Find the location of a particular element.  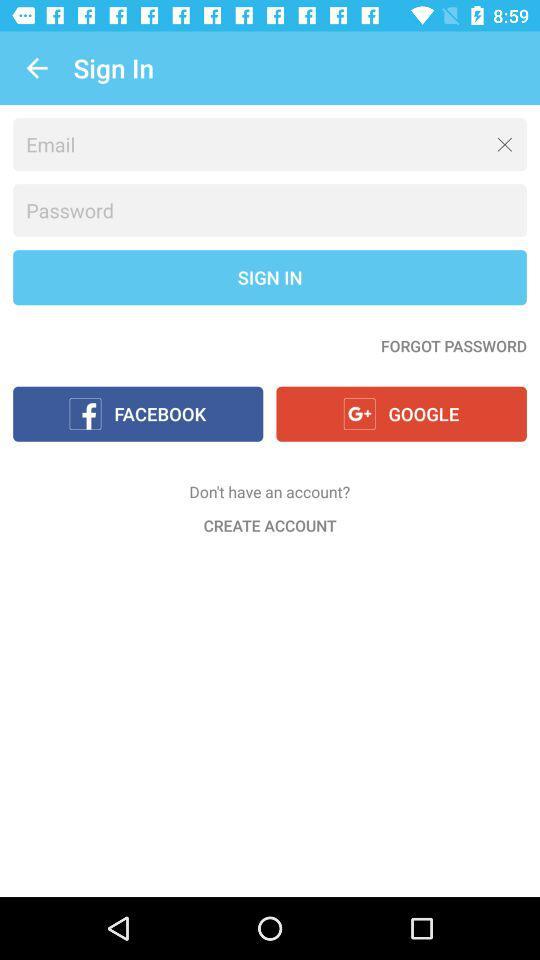

password is located at coordinates (270, 210).